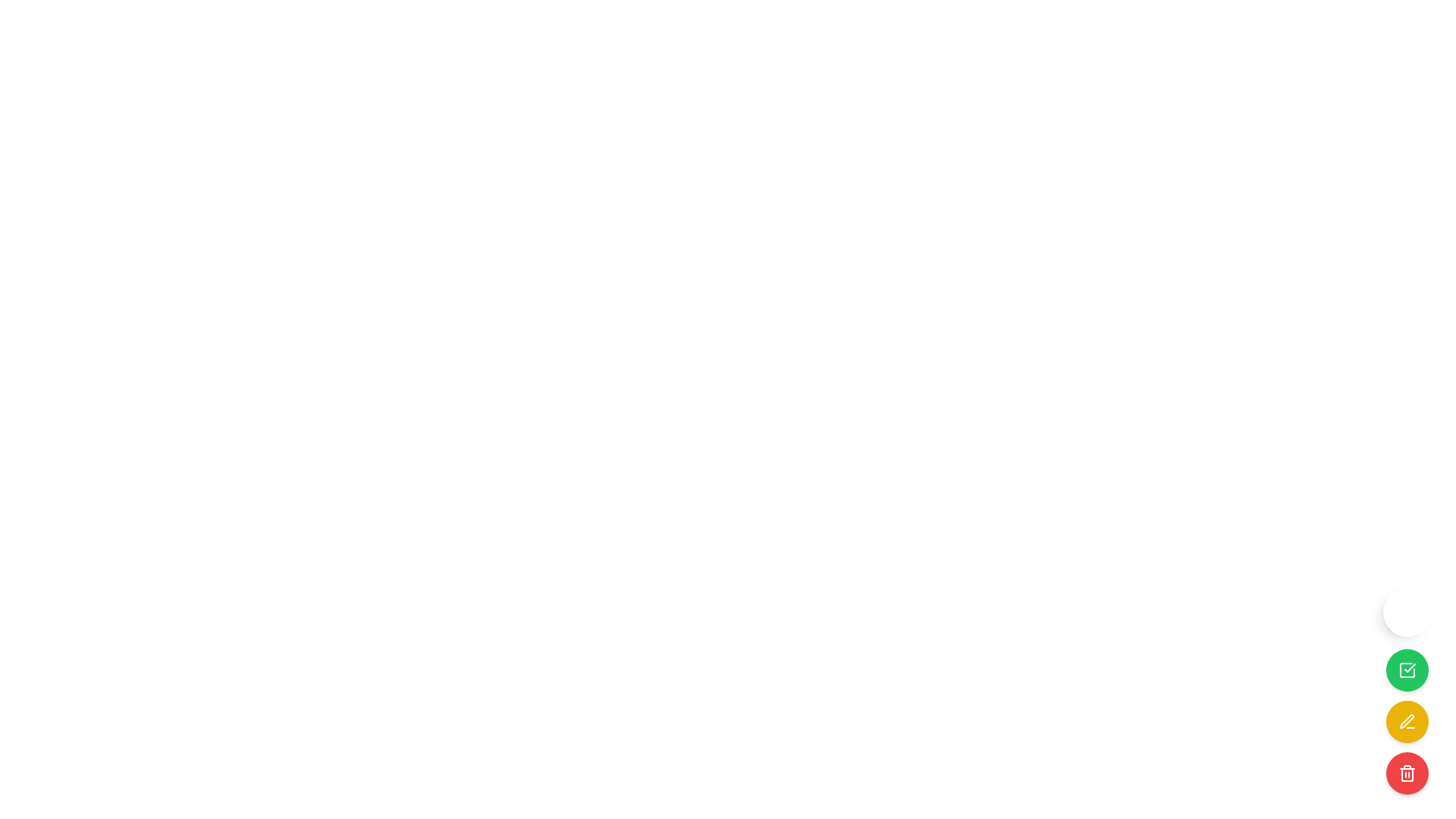 The height and width of the screenshot is (819, 1456). What do you see at coordinates (1407, 669) in the screenshot?
I see `the approval or confirmation icon located in the bottom-right corner of the interface, which is the topmost among three vertically aligned circular icons, enclosed in a green circular background` at bounding box center [1407, 669].